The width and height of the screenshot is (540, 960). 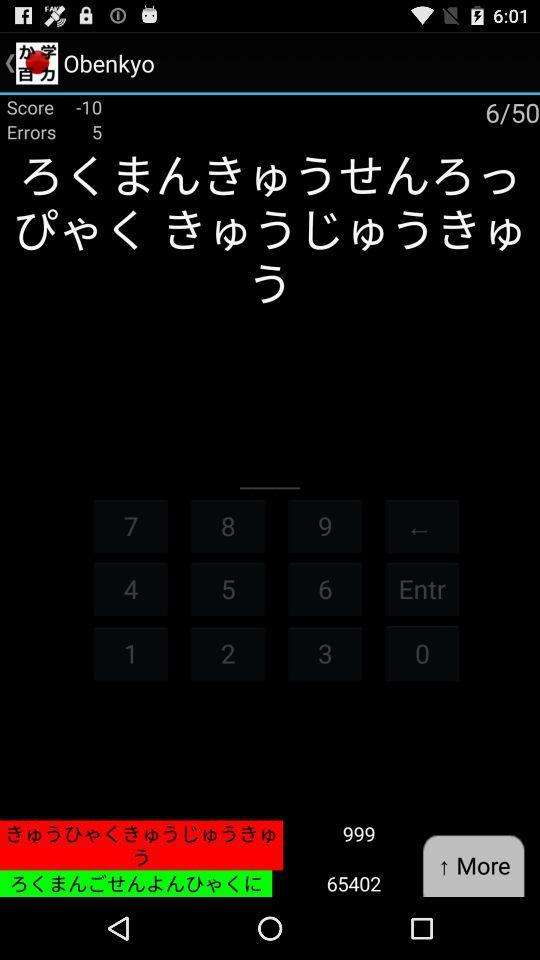 What do you see at coordinates (325, 524) in the screenshot?
I see `button next to 8 item` at bounding box center [325, 524].